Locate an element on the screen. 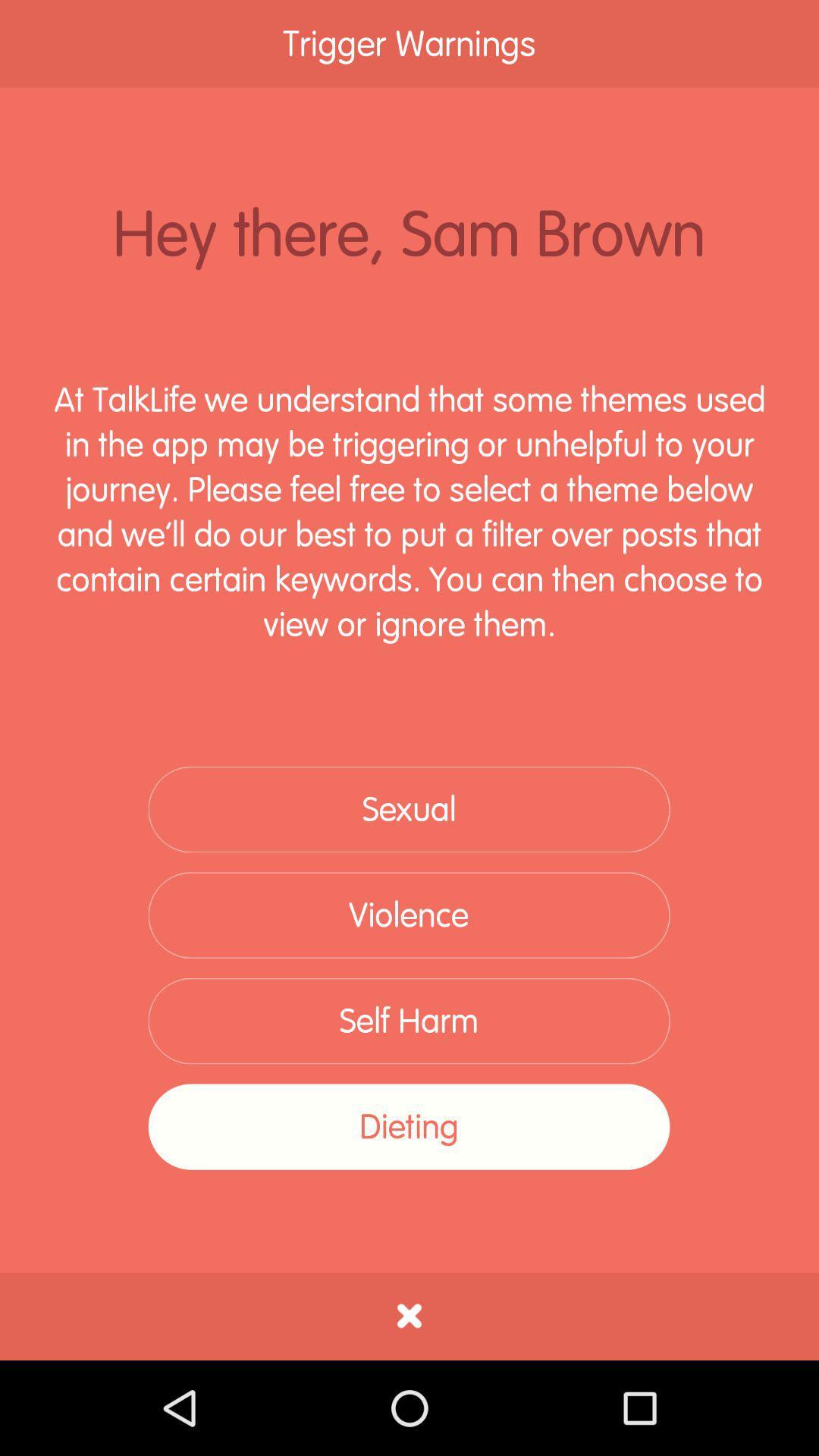 The image size is (819, 1456). the violence item is located at coordinates (408, 915).